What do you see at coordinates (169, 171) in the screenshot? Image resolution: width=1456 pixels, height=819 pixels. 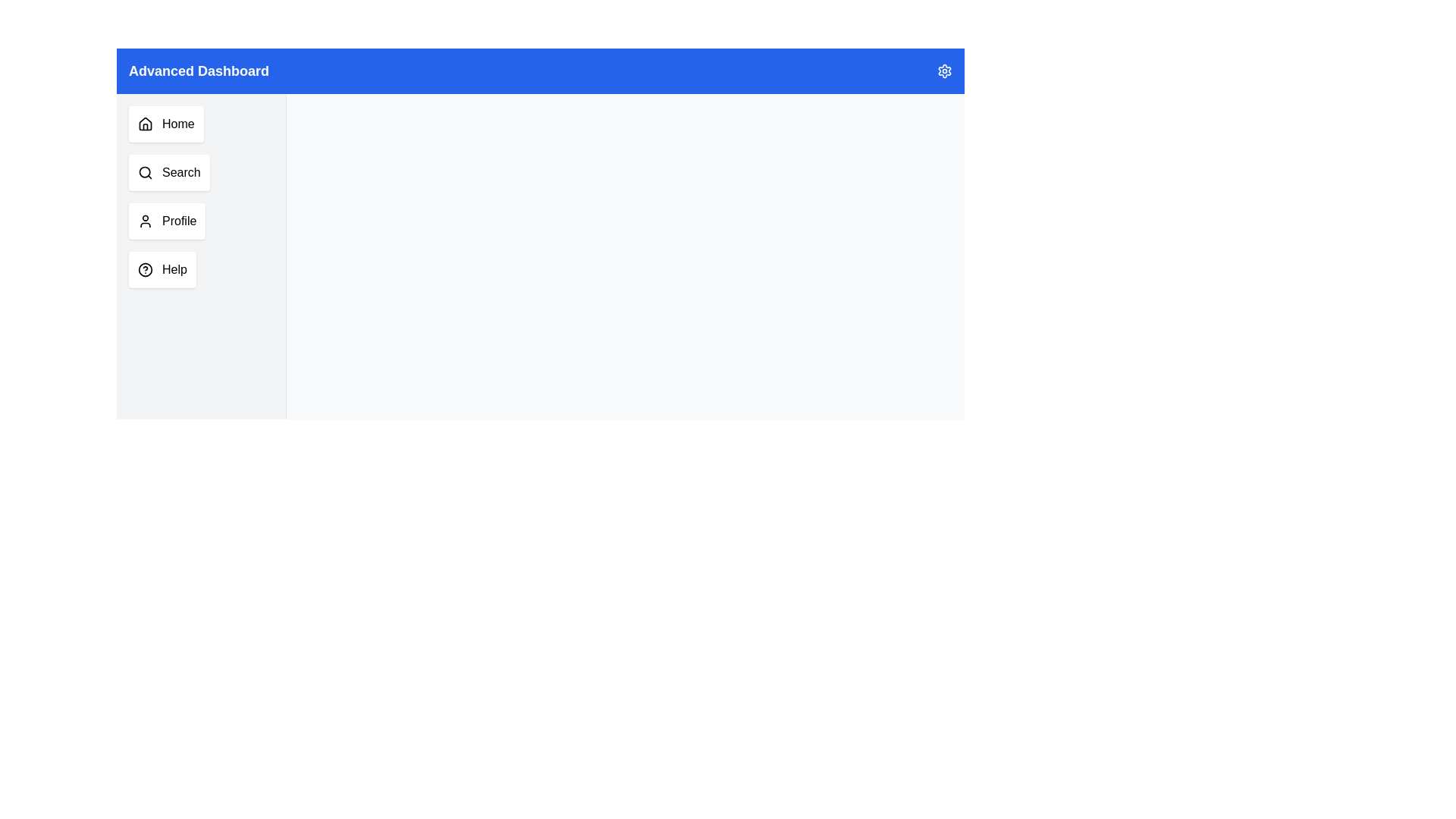 I see `the 'Search' button, which is a rectangular button with a white background and a magnifying glass icon, located below the 'Home' button in the vertical navigation menu` at bounding box center [169, 171].